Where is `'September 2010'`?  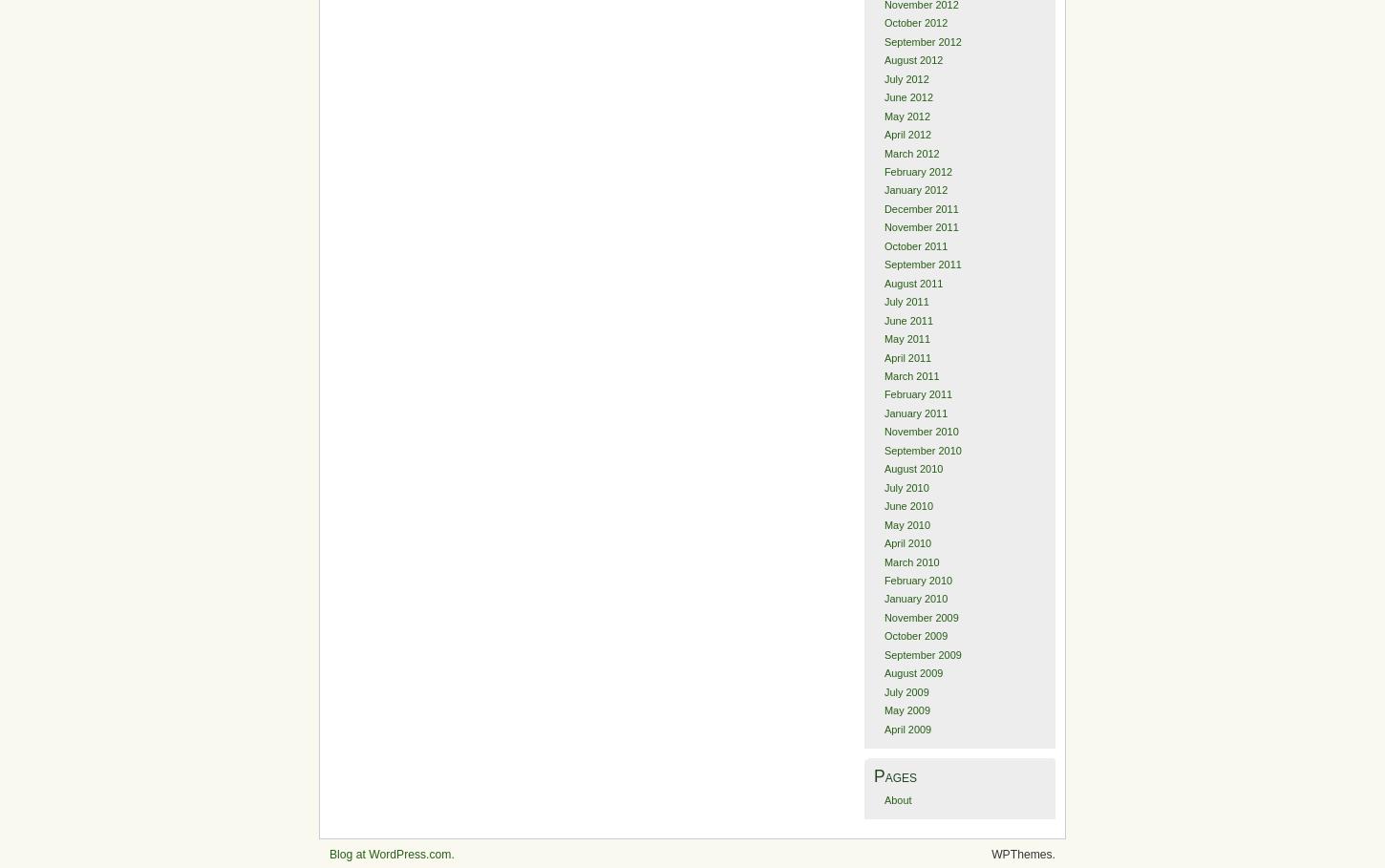
'September 2010' is located at coordinates (921, 450).